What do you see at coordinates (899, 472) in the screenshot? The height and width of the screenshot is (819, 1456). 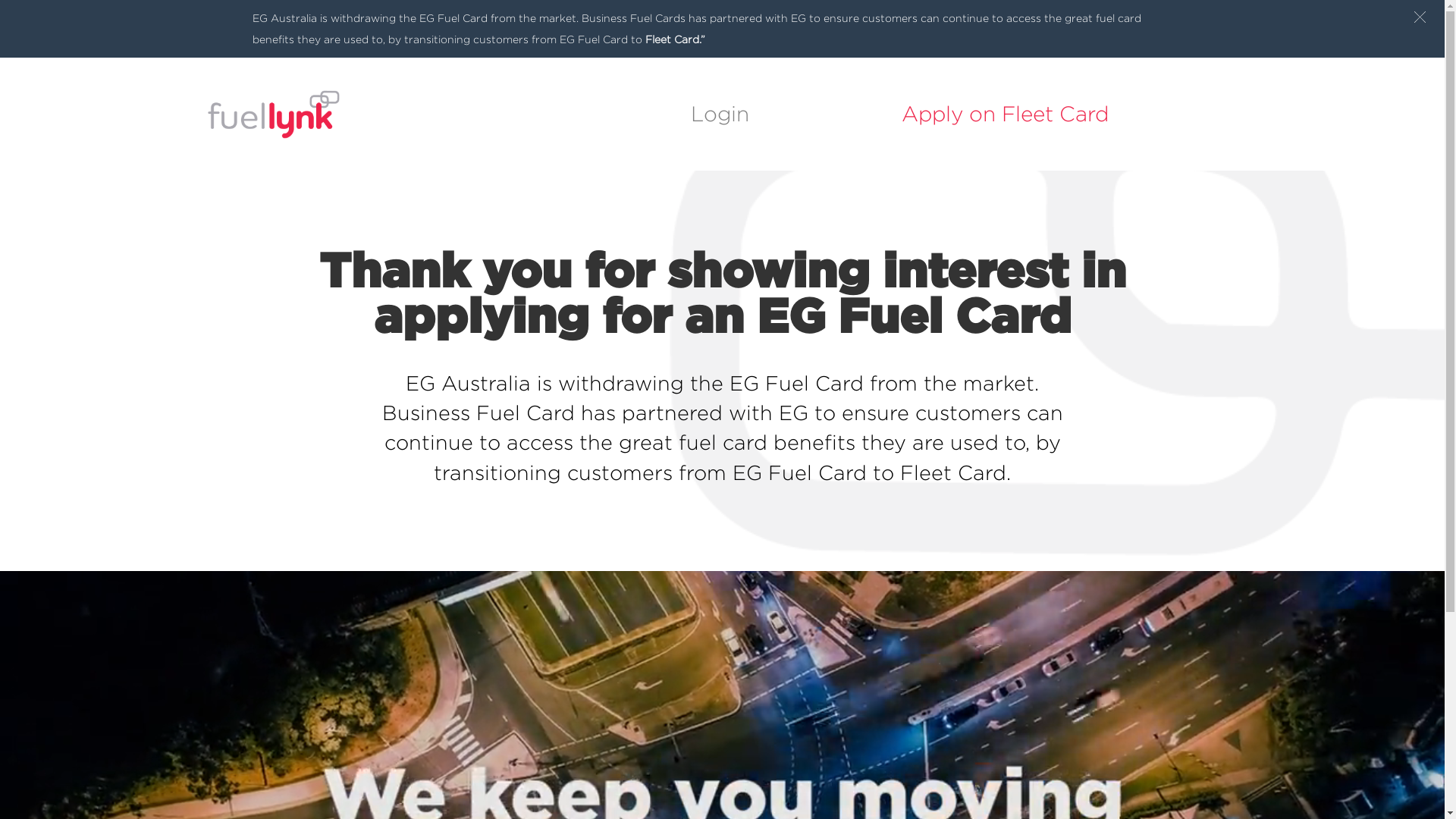 I see `'Fleet Card.'` at bounding box center [899, 472].